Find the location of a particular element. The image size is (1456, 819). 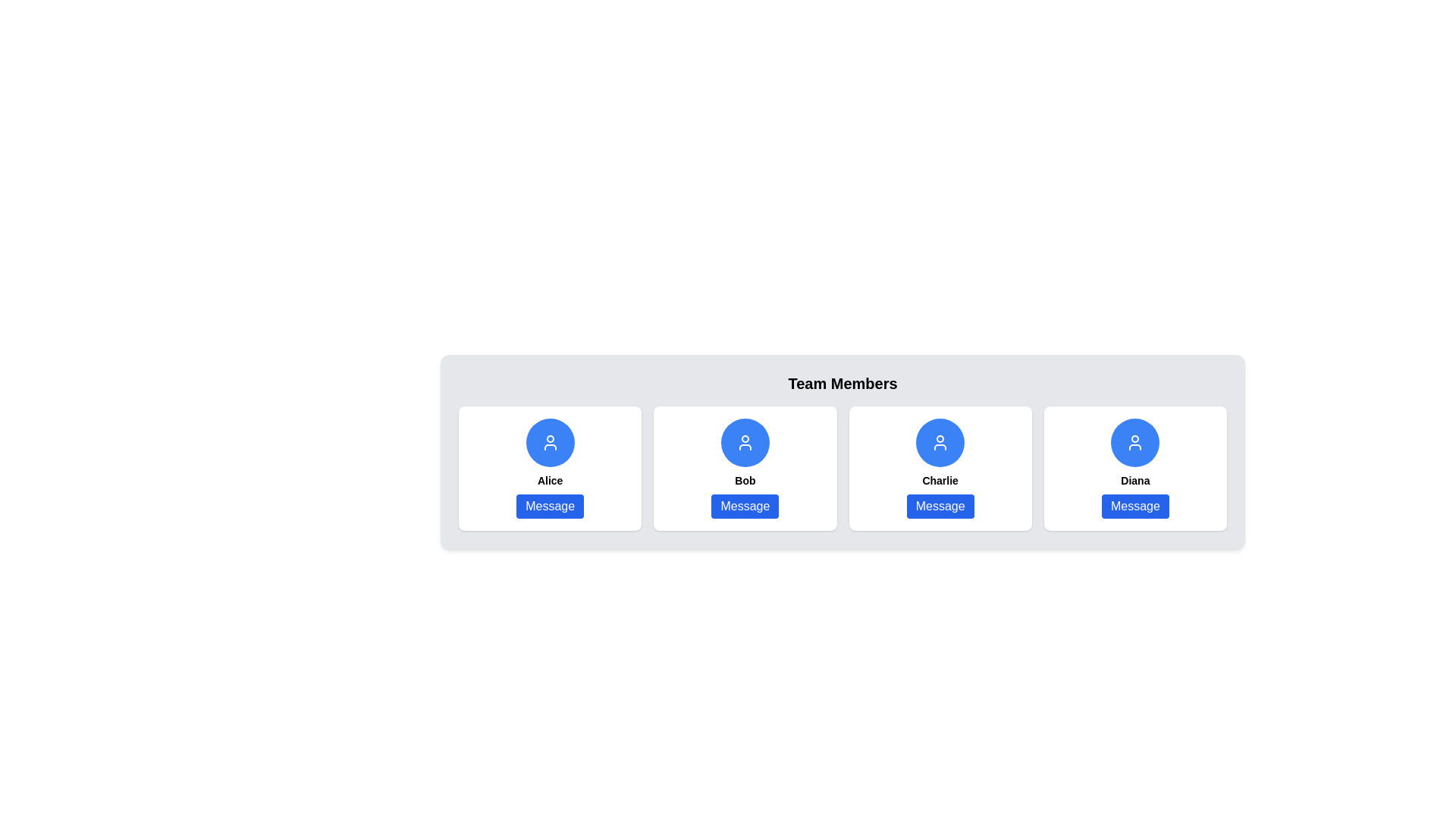

the Profile Icon element, which is a circular icon with a blue background and white user silhouette, located above the user name 'Charlie' in the third card of four user profile cards is located at coordinates (940, 442).